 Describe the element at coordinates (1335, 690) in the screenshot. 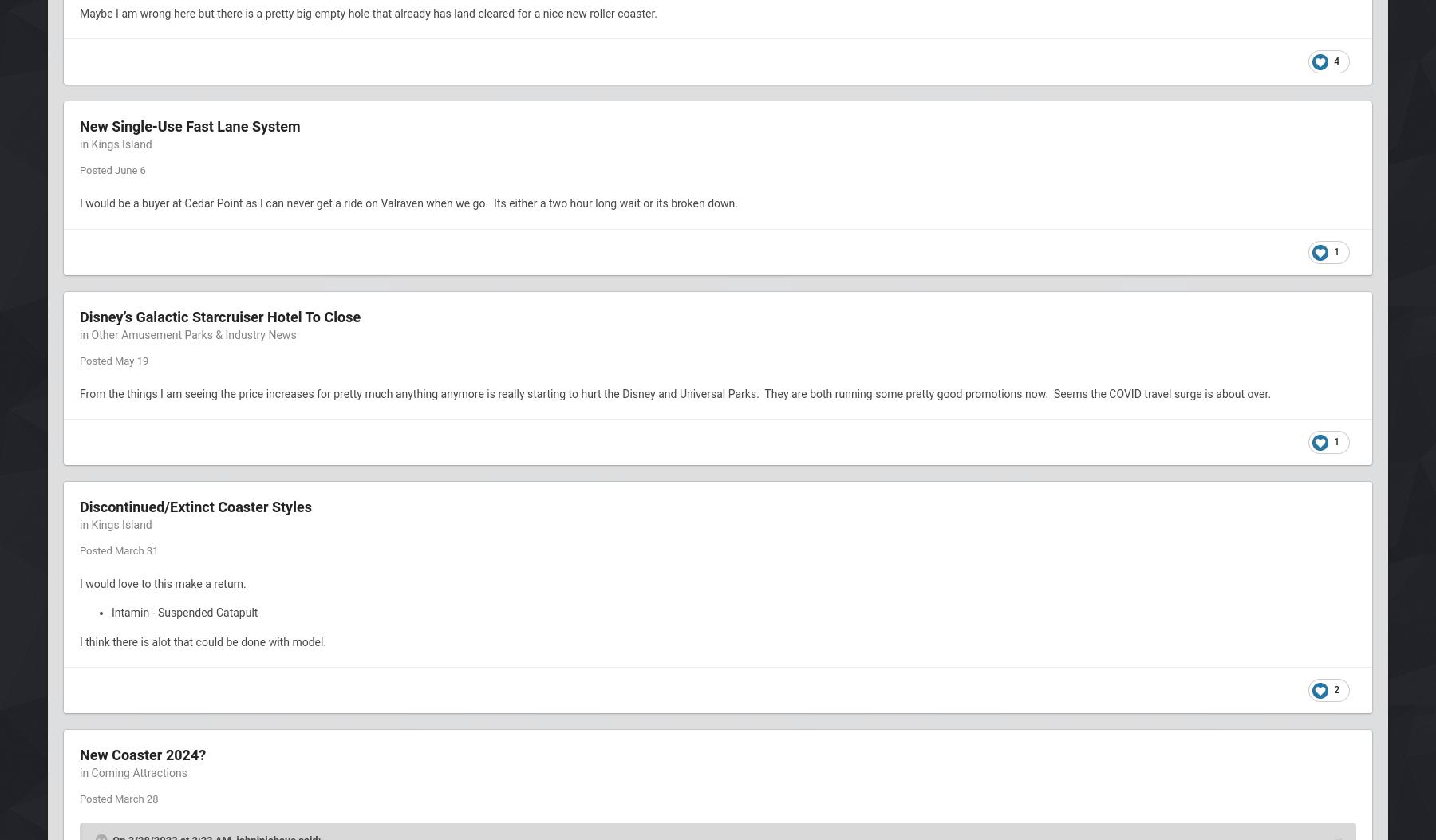

I see `'2'` at that location.